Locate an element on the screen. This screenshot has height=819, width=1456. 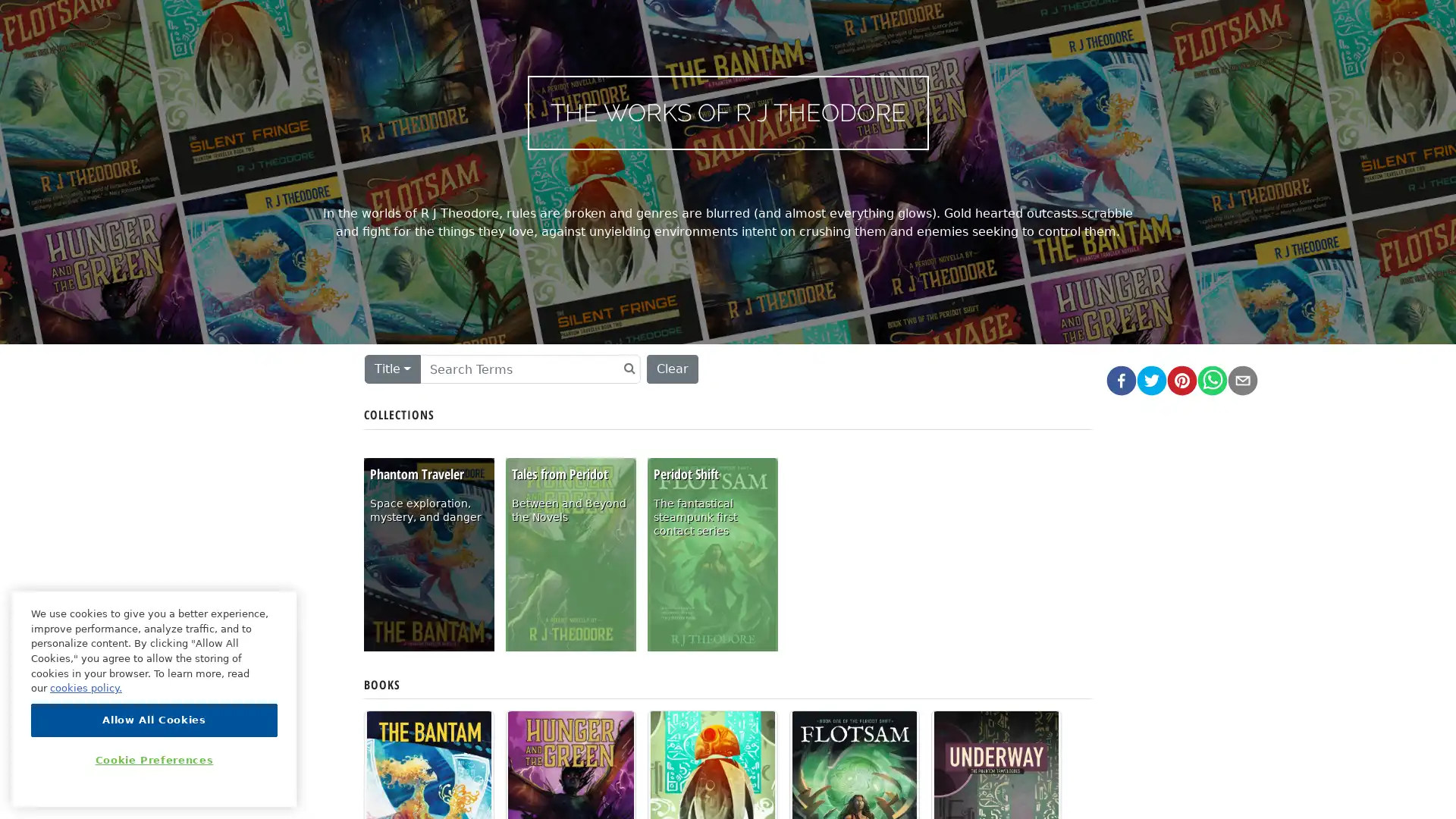
Clear is located at coordinates (671, 369).